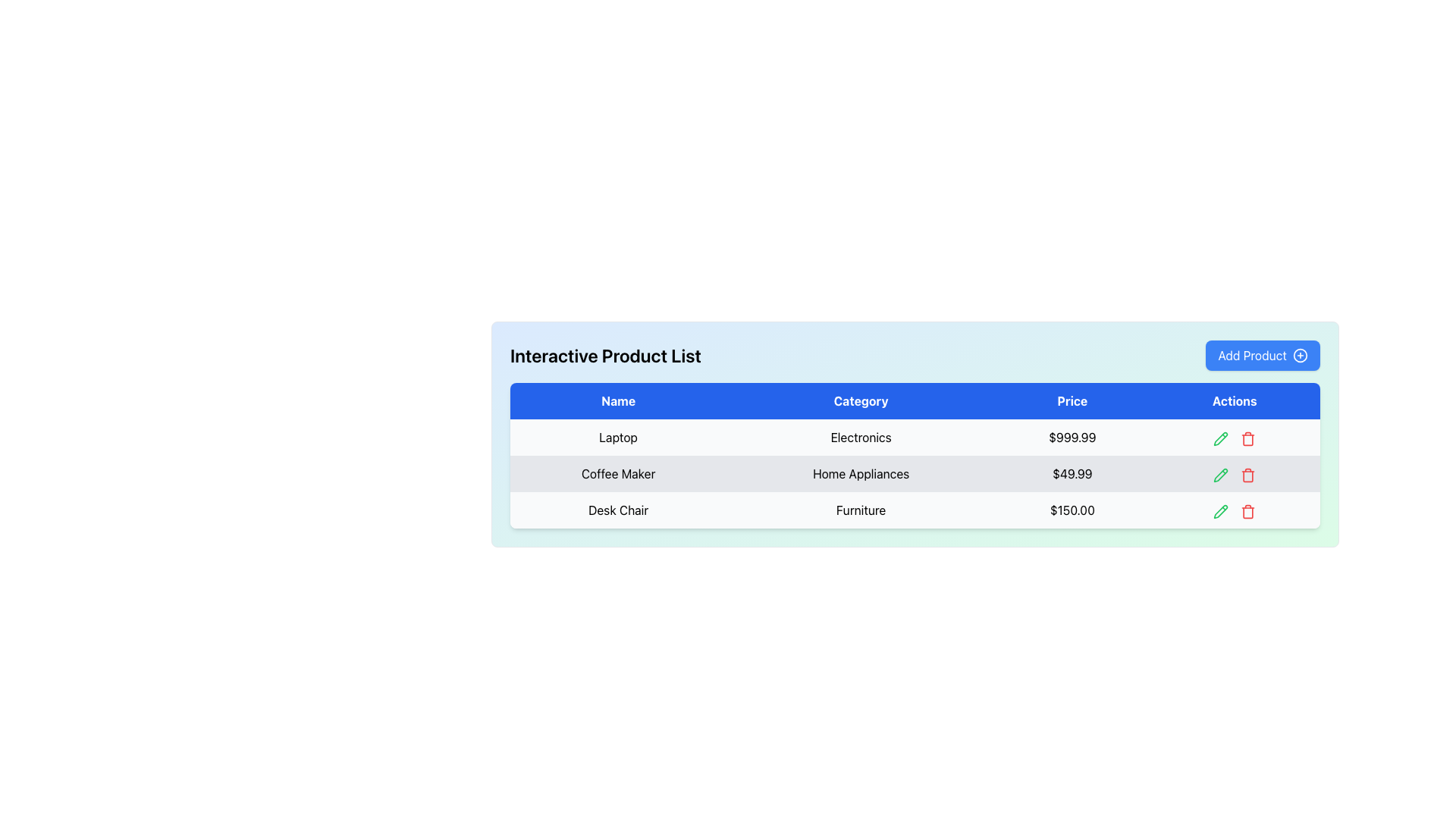 The height and width of the screenshot is (819, 1456). Describe the element at coordinates (861, 400) in the screenshot. I see `the text of the 'Category' header cell in the table, which is the second item in the header row` at that location.